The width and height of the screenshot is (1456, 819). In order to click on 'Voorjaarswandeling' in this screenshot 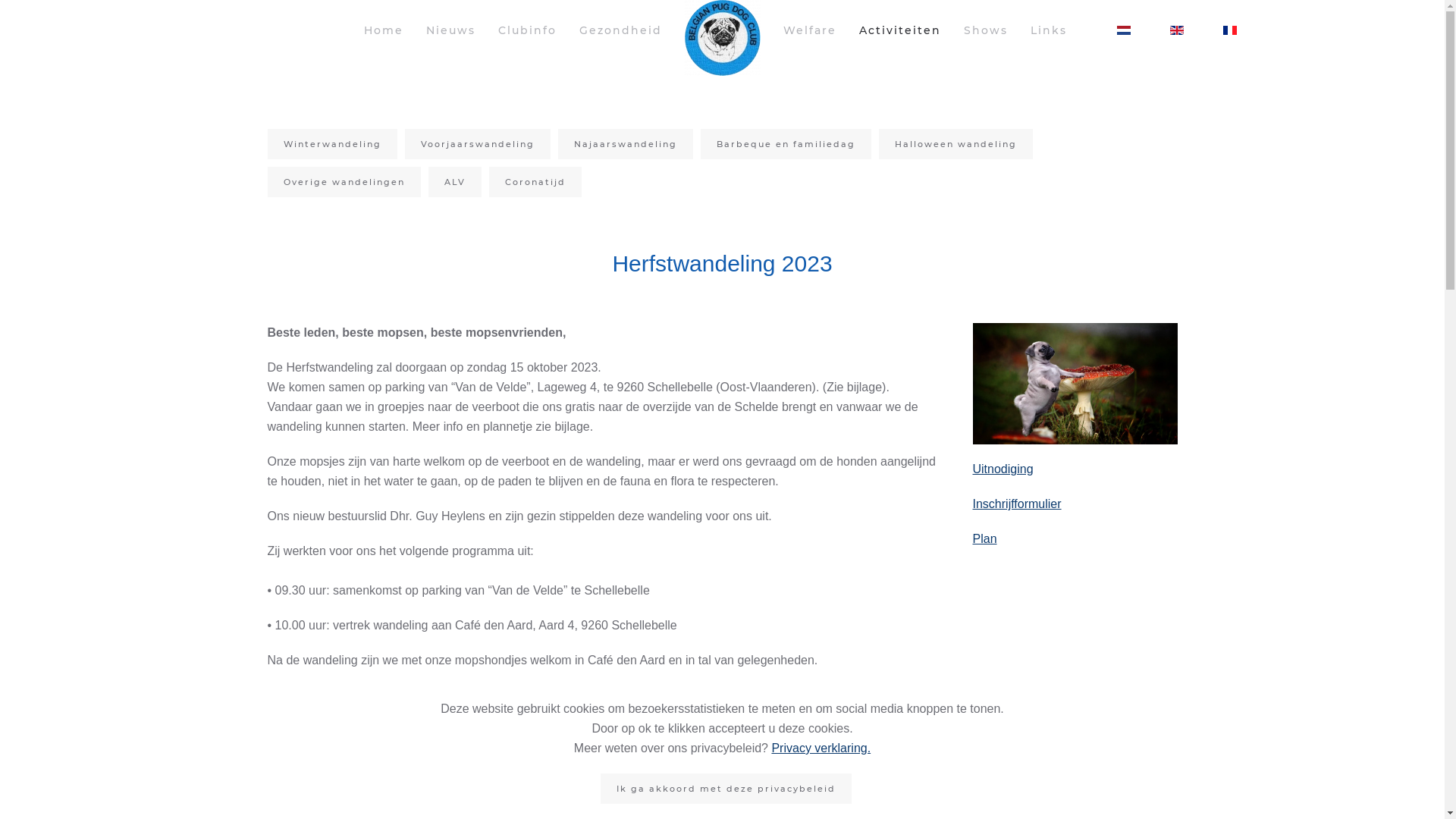, I will do `click(476, 143)`.